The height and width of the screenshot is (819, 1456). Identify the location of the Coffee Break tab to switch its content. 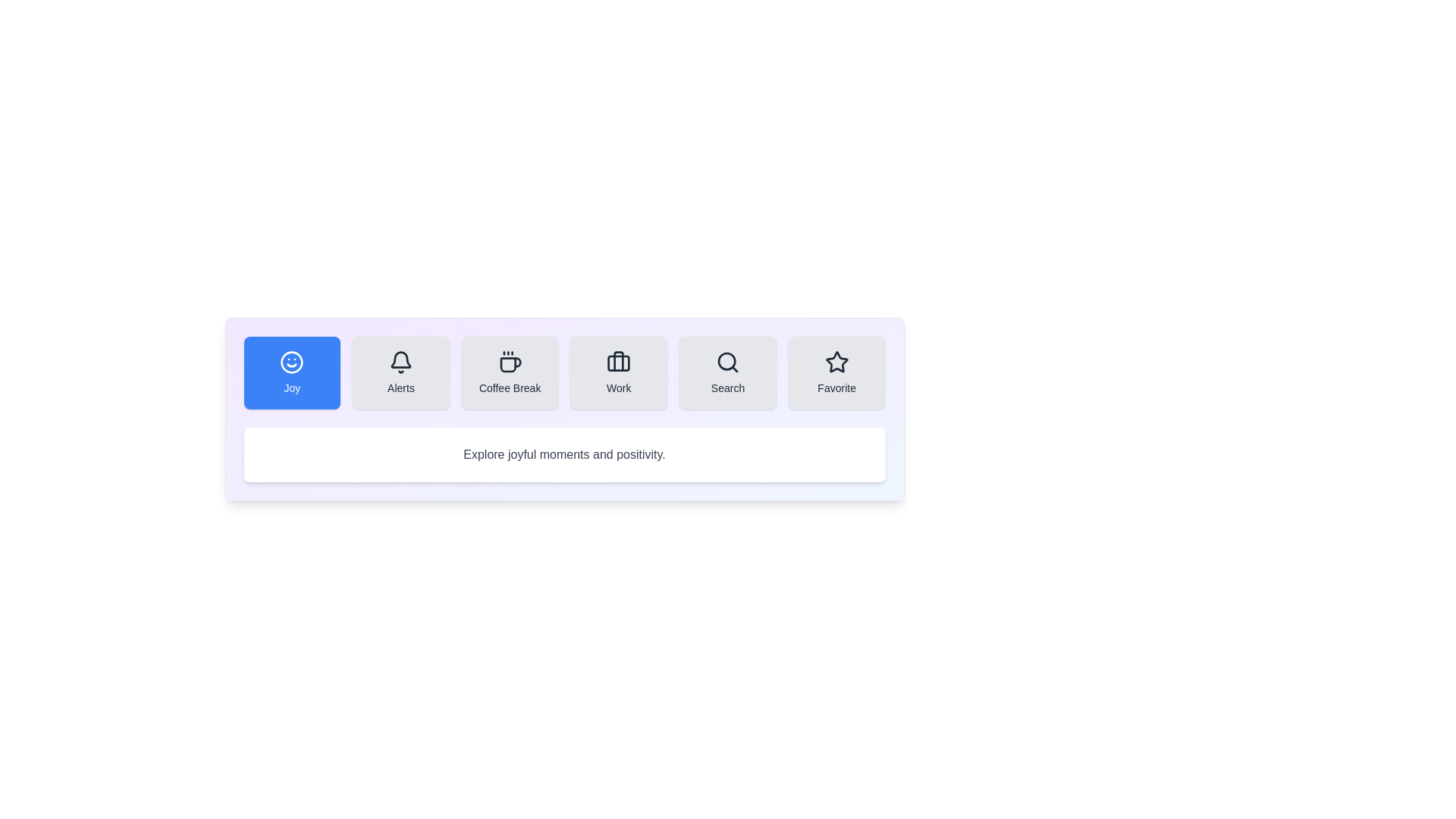
(510, 373).